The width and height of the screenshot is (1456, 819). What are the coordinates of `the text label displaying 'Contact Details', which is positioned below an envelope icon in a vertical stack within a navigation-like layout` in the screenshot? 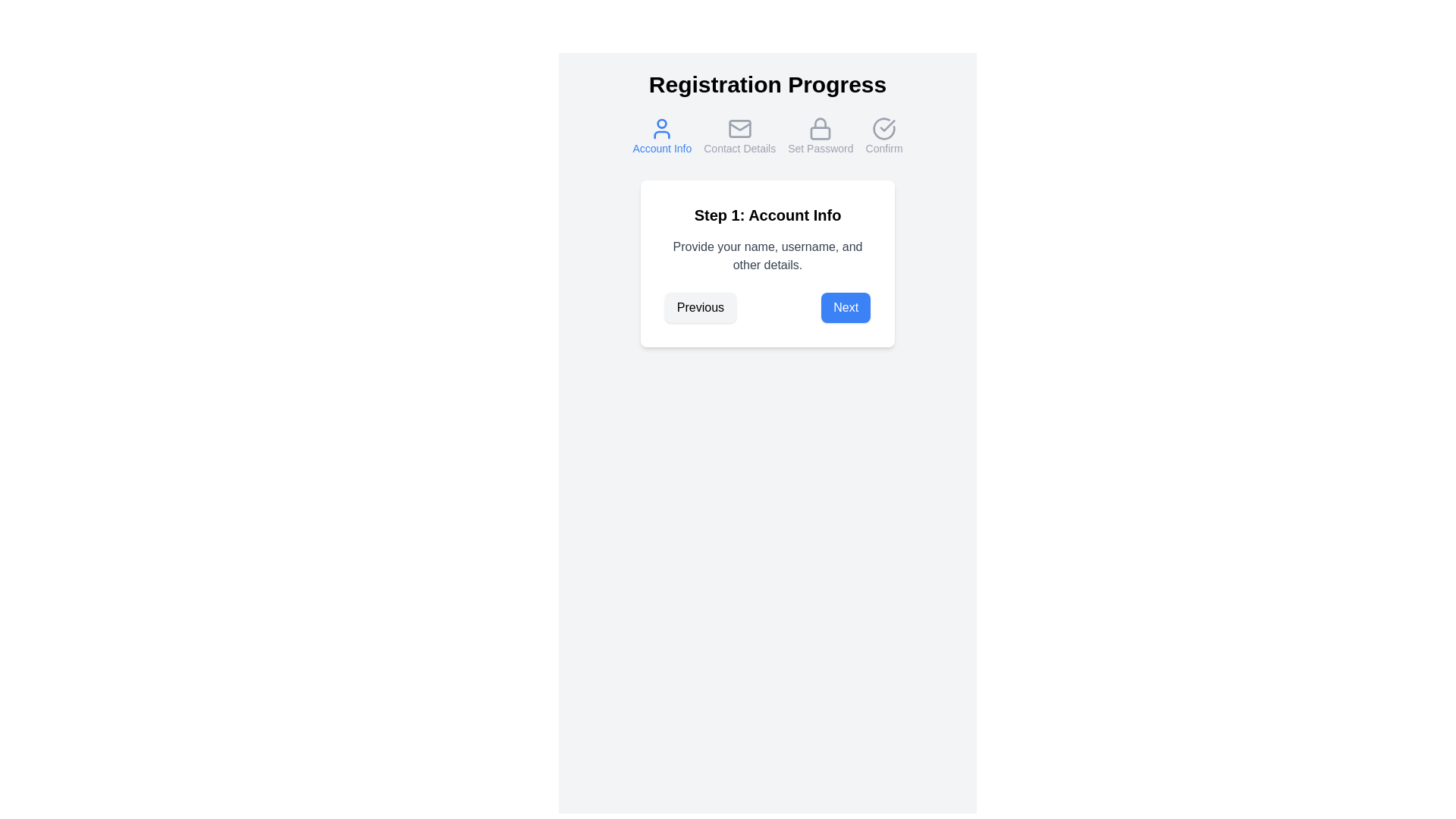 It's located at (739, 149).